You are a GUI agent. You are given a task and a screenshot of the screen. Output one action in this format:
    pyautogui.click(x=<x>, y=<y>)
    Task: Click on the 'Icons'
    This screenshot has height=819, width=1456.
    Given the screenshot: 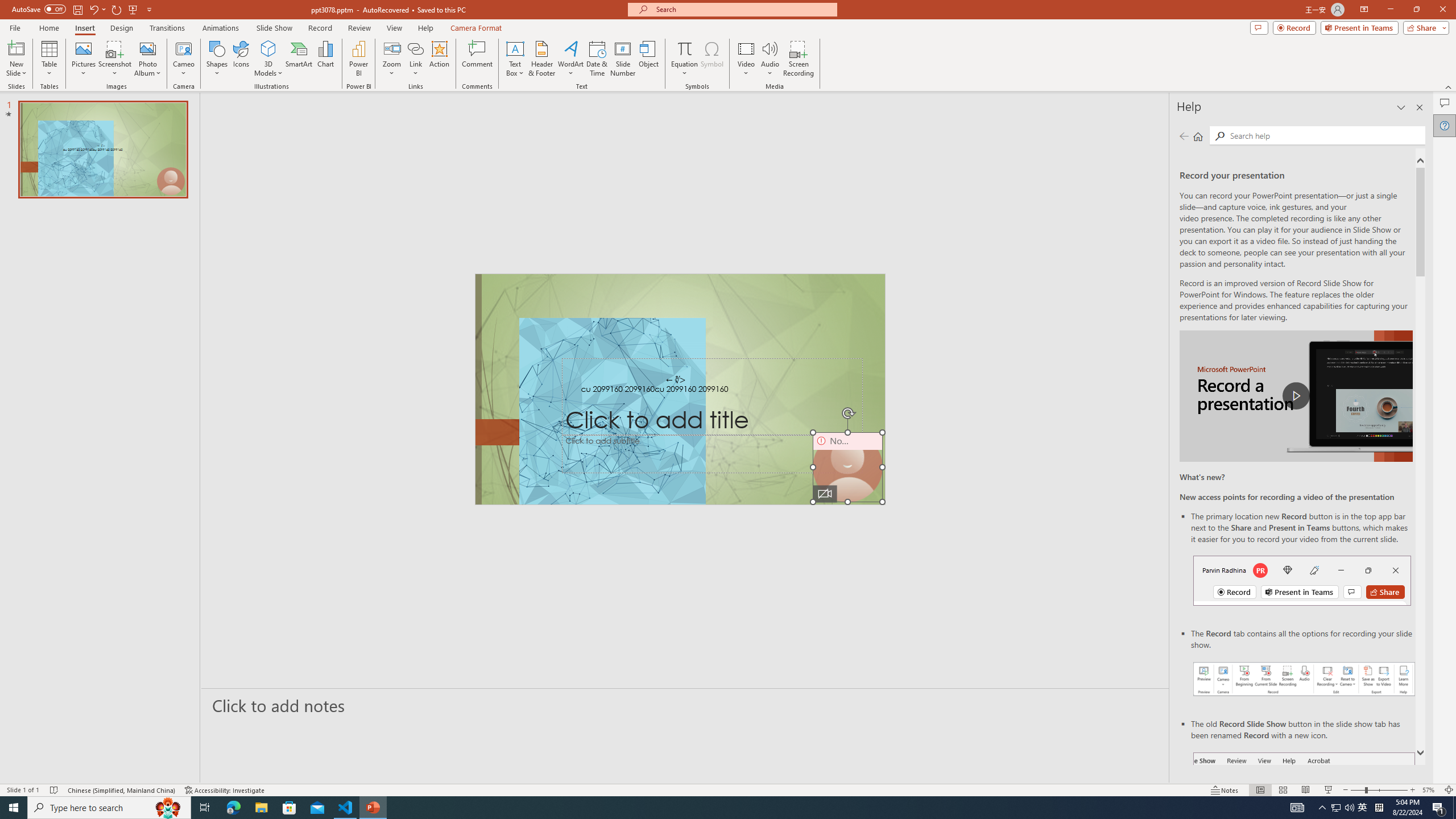 What is the action you would take?
    pyautogui.click(x=241, y=59)
    